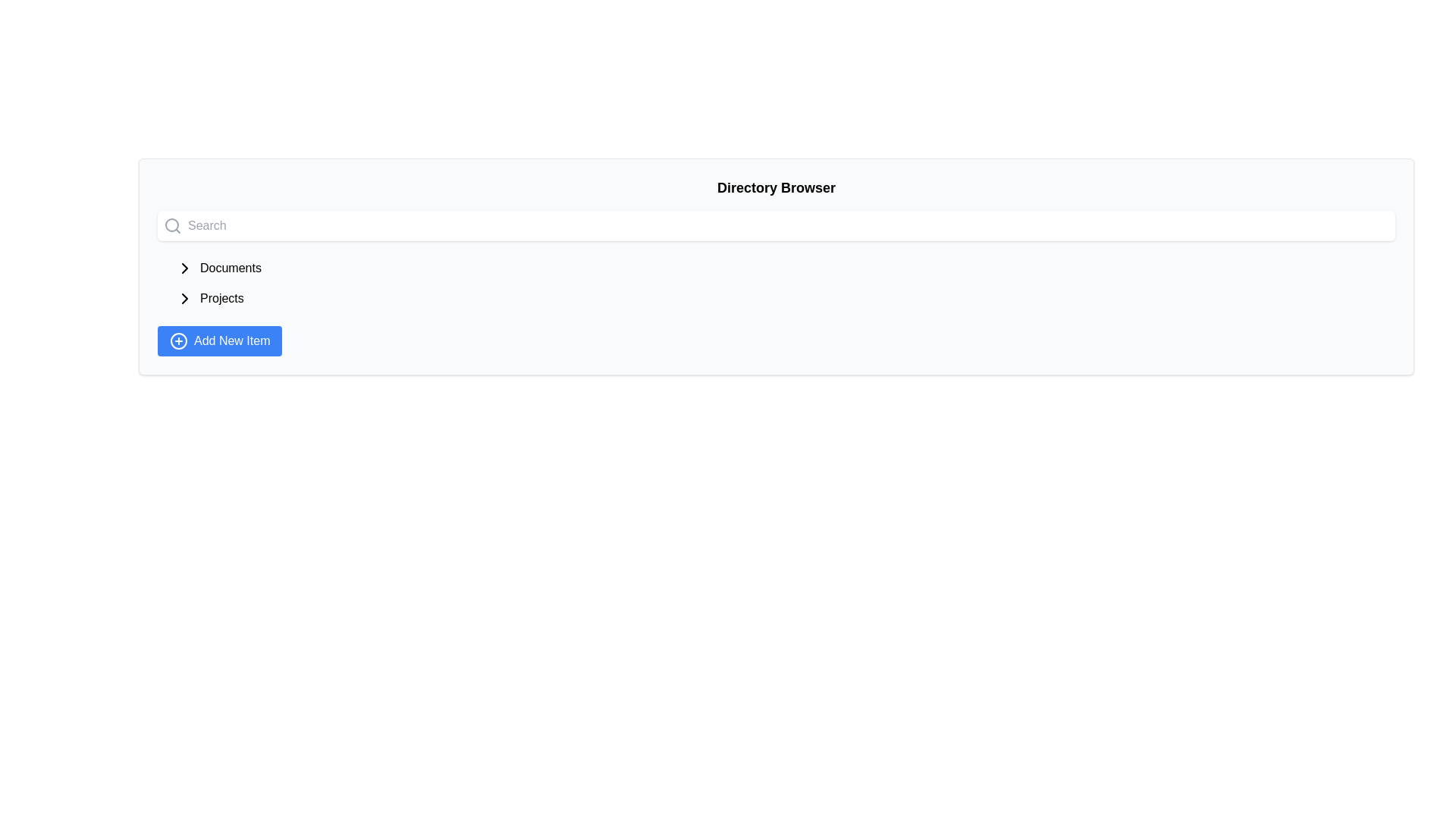 The image size is (1456, 819). What do you see at coordinates (172, 225) in the screenshot?
I see `the magnifying glass icon located to the left of the 'Search' text input field` at bounding box center [172, 225].